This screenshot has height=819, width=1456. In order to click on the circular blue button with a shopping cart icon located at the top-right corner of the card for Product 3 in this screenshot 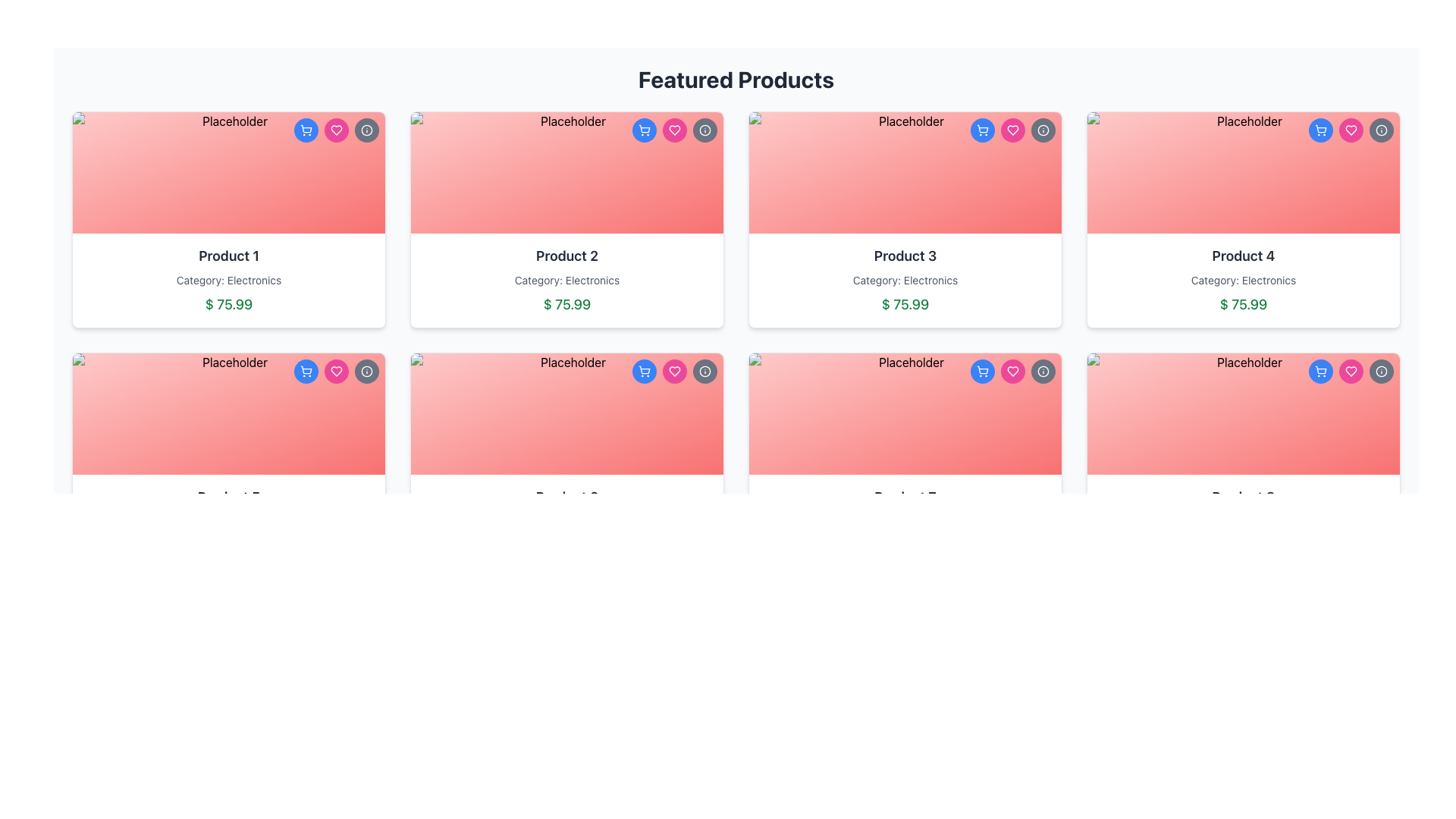, I will do `click(983, 130)`.